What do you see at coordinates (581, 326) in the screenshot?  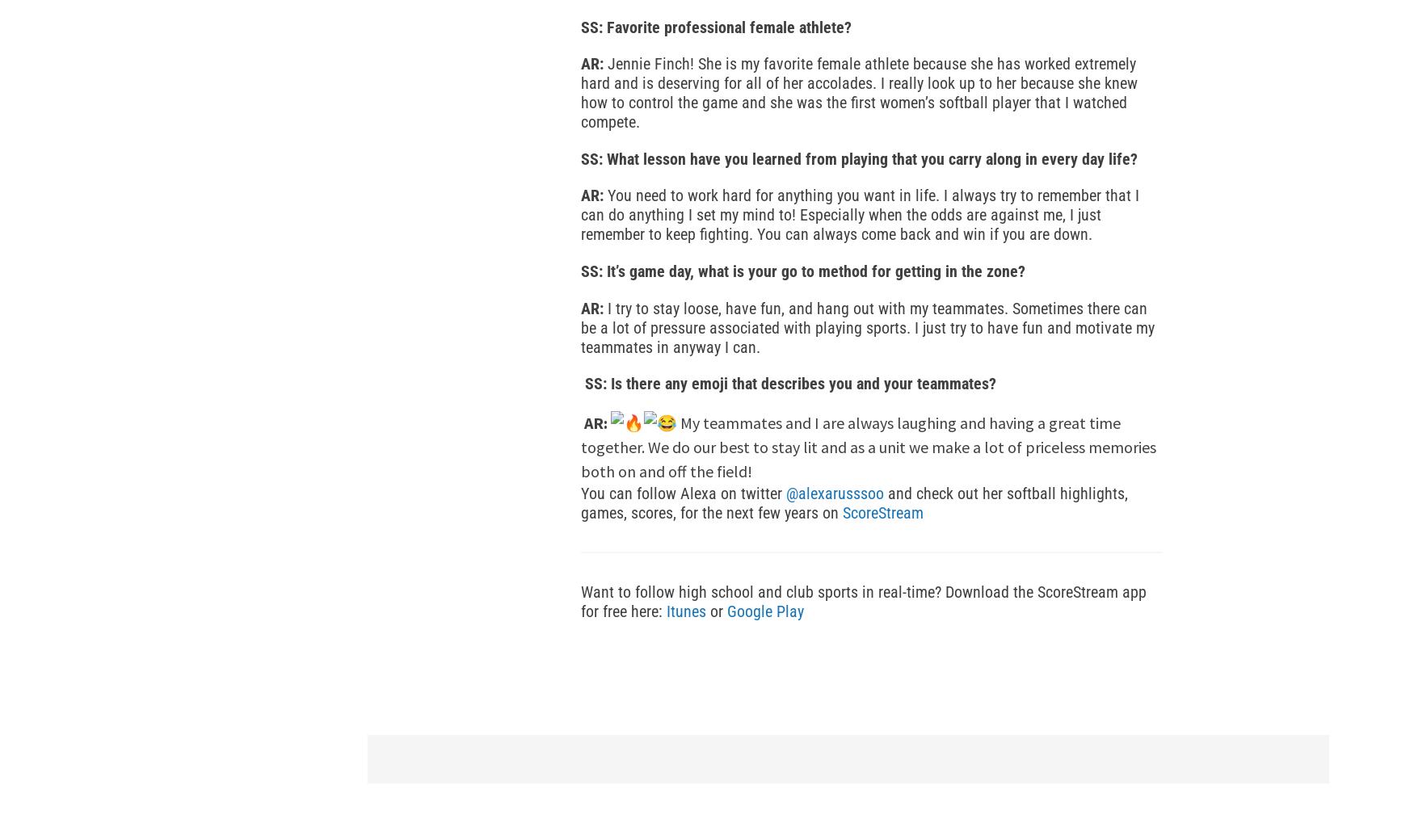 I see `'I try to stay loose, have fun, and hang out with my teammates. Sometimes there can be a lot of pressure associated with playing sports. I just try to have fun and motivate my teammates in anyway I can.'` at bounding box center [581, 326].